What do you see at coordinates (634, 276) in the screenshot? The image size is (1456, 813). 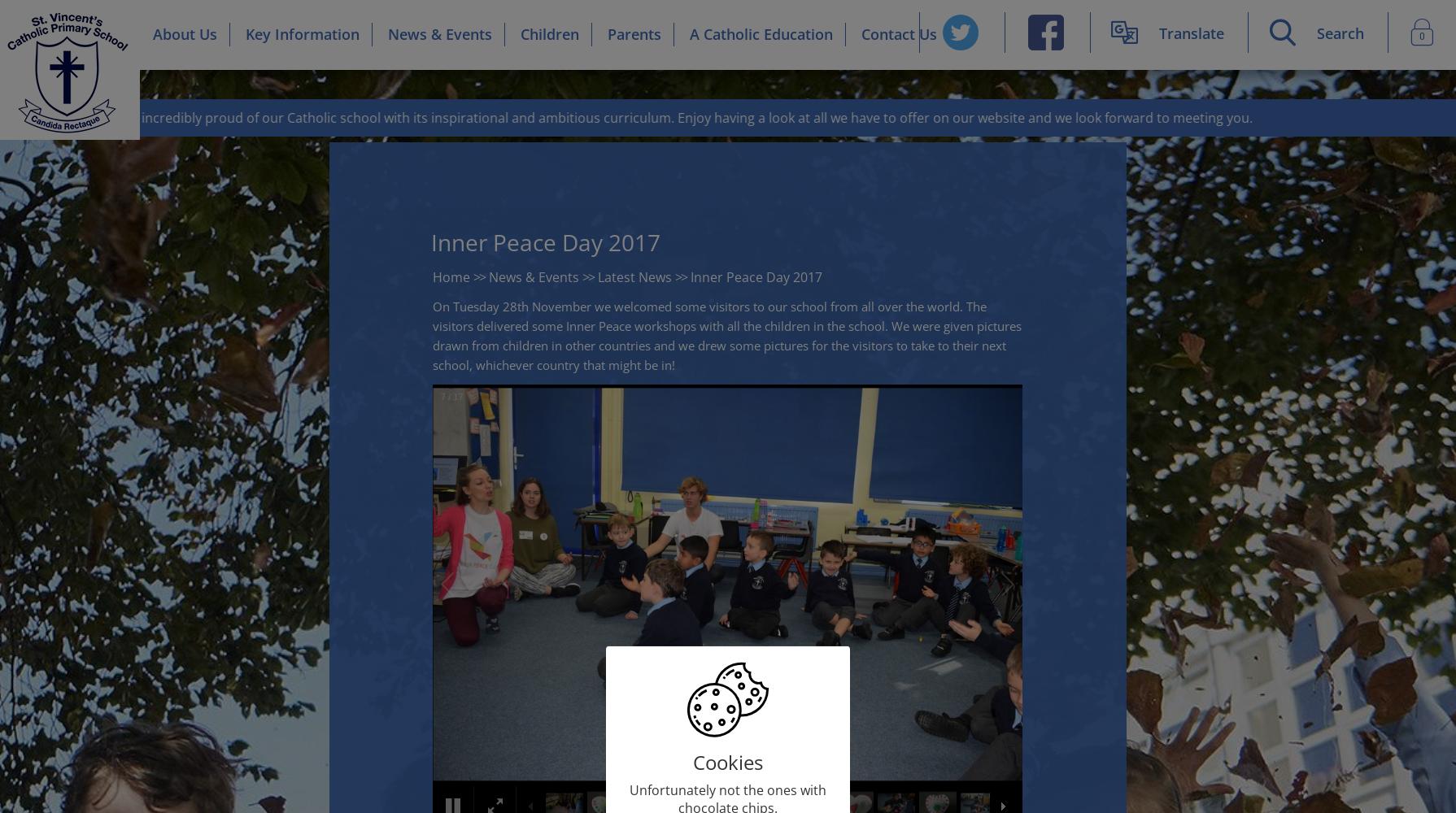 I see `'Latest News'` at bounding box center [634, 276].